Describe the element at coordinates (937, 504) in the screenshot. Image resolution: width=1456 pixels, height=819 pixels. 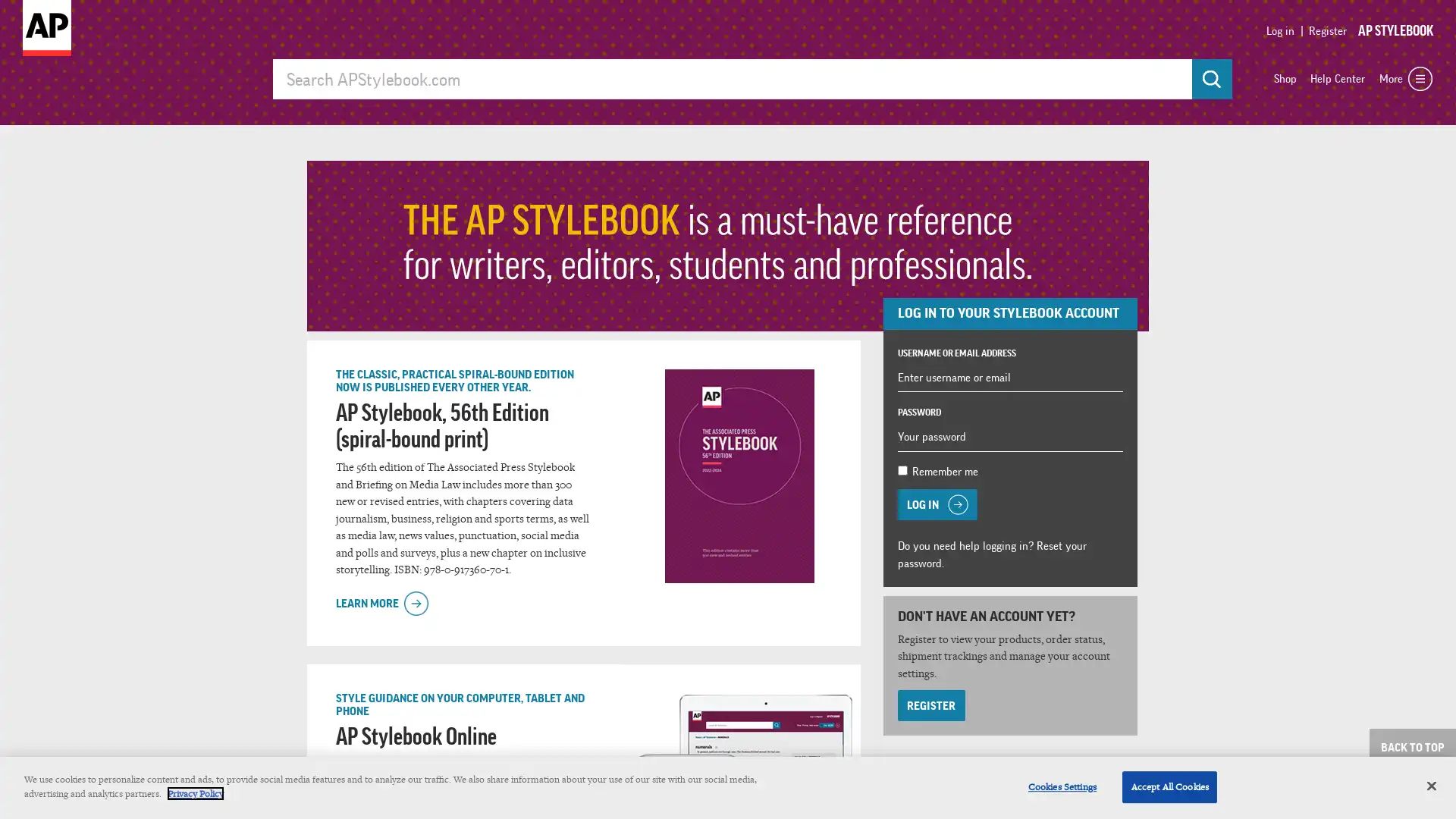
I see `Log in` at that location.